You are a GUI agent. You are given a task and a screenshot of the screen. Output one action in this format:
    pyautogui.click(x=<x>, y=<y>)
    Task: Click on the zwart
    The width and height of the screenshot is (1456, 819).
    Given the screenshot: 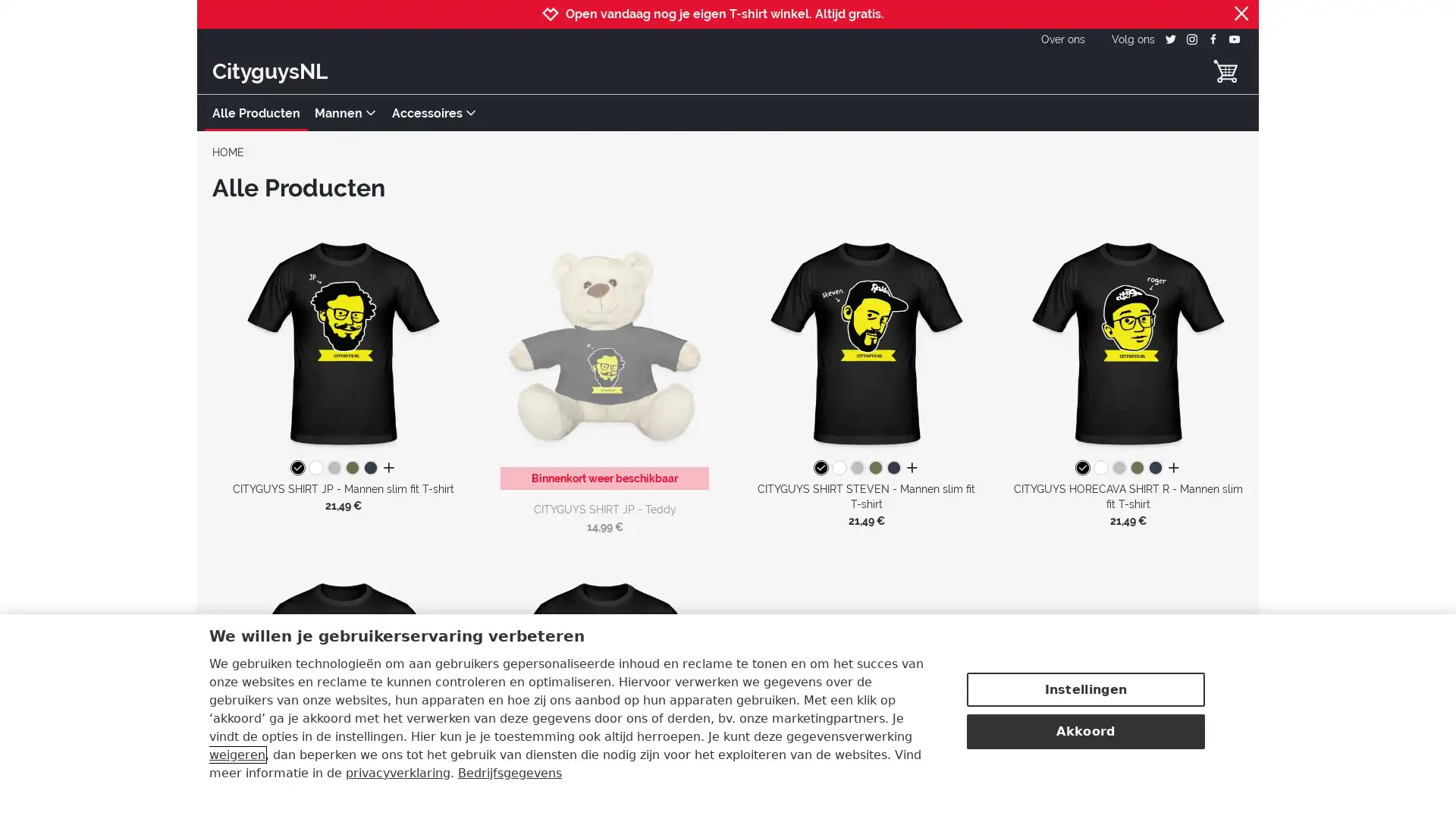 What is the action you would take?
    pyautogui.click(x=819, y=468)
    